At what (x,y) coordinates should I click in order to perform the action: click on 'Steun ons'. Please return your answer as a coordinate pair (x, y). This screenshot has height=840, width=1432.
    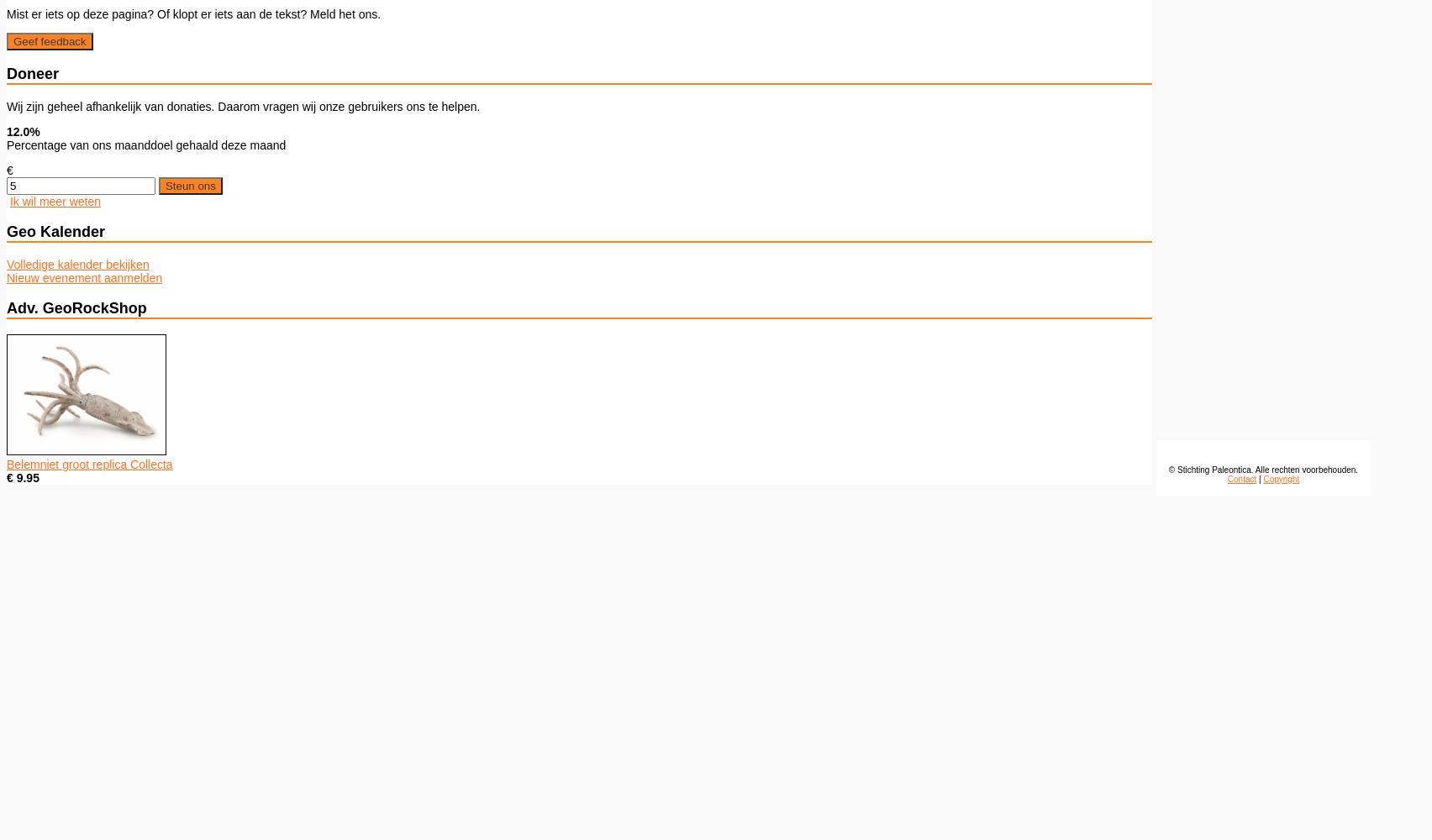
    Looking at the image, I should click on (164, 184).